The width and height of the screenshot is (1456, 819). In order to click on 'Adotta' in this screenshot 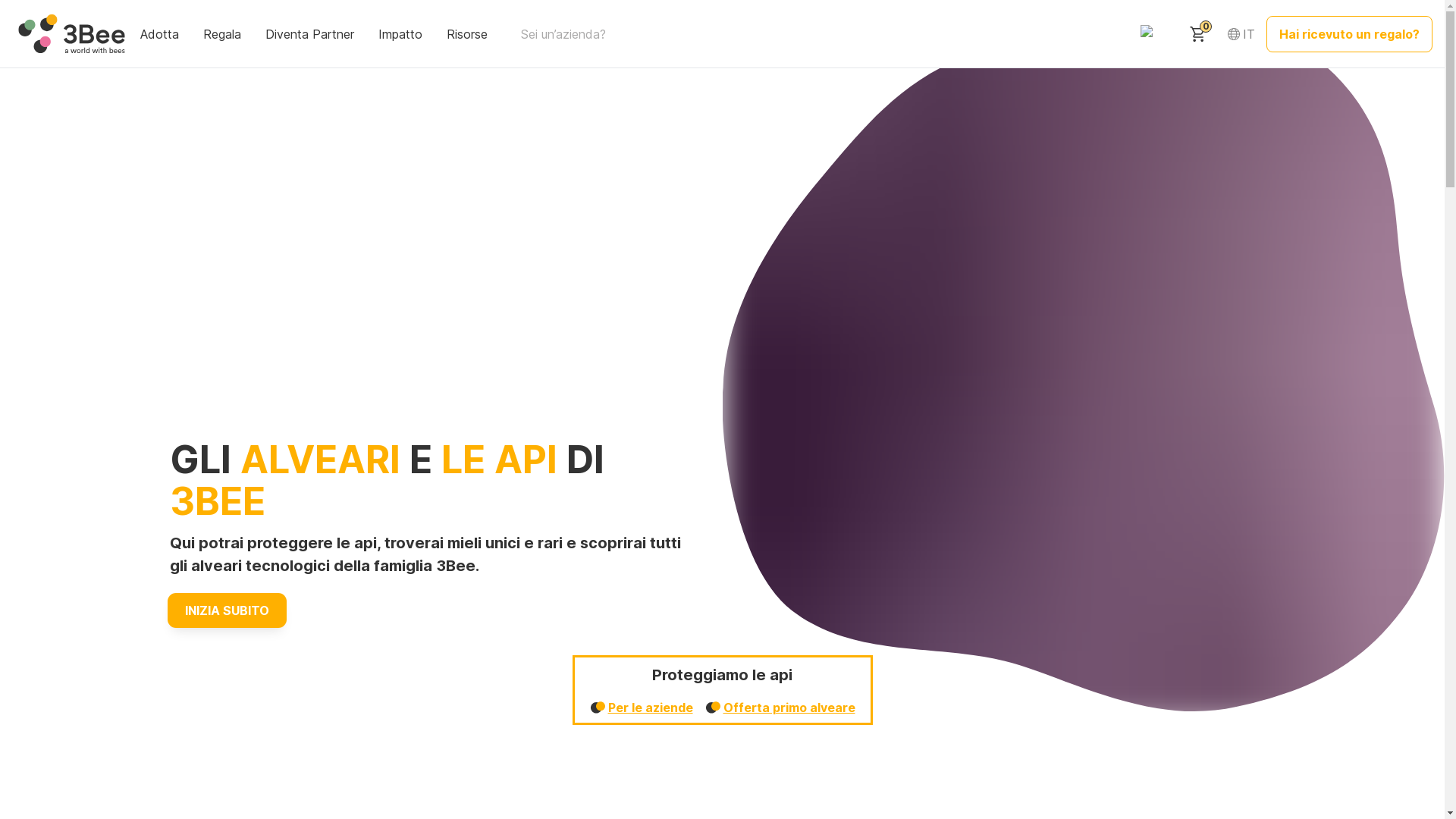, I will do `click(161, 33)`.